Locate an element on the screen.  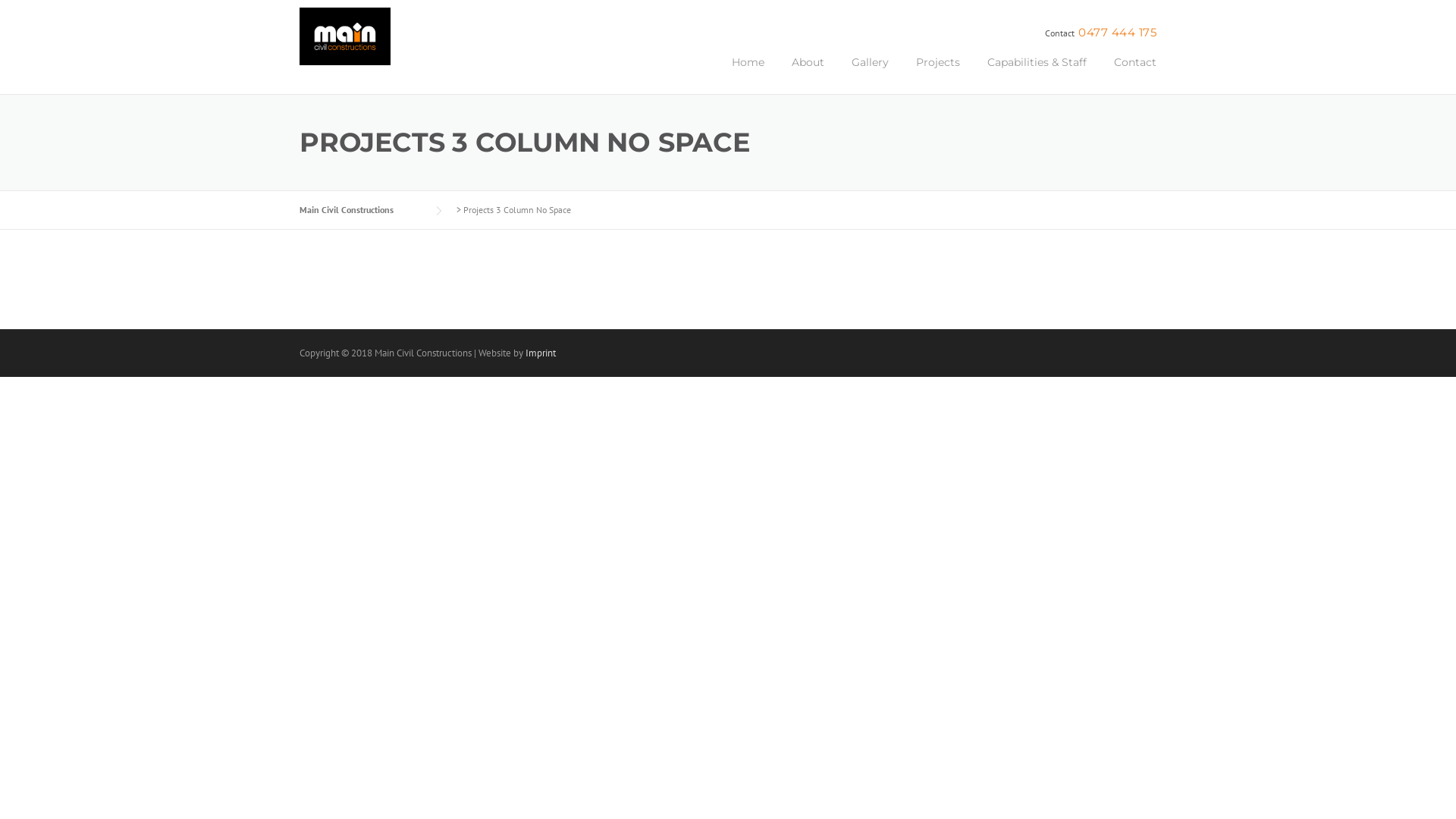
'About' is located at coordinates (807, 73).